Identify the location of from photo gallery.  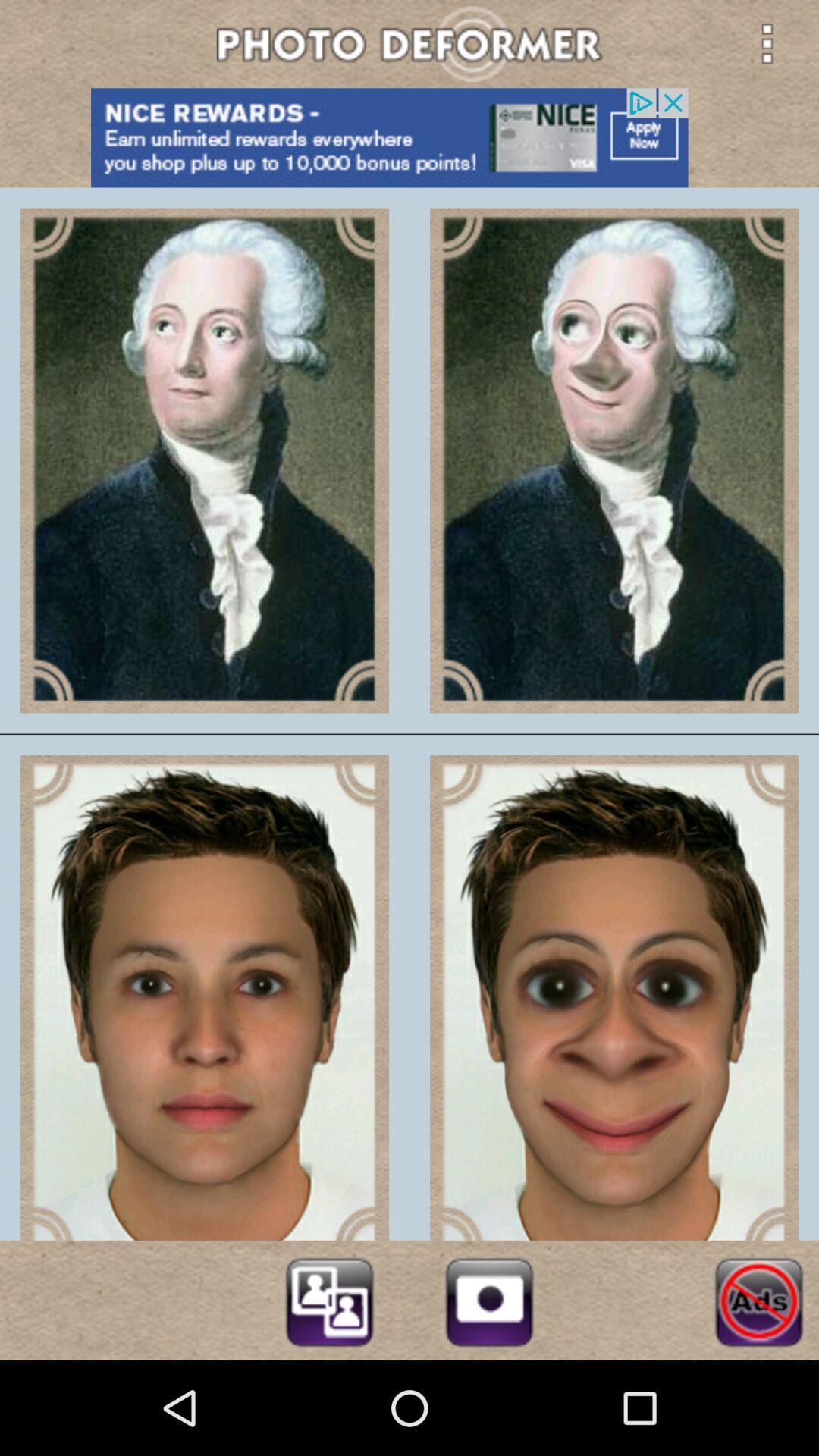
(328, 1299).